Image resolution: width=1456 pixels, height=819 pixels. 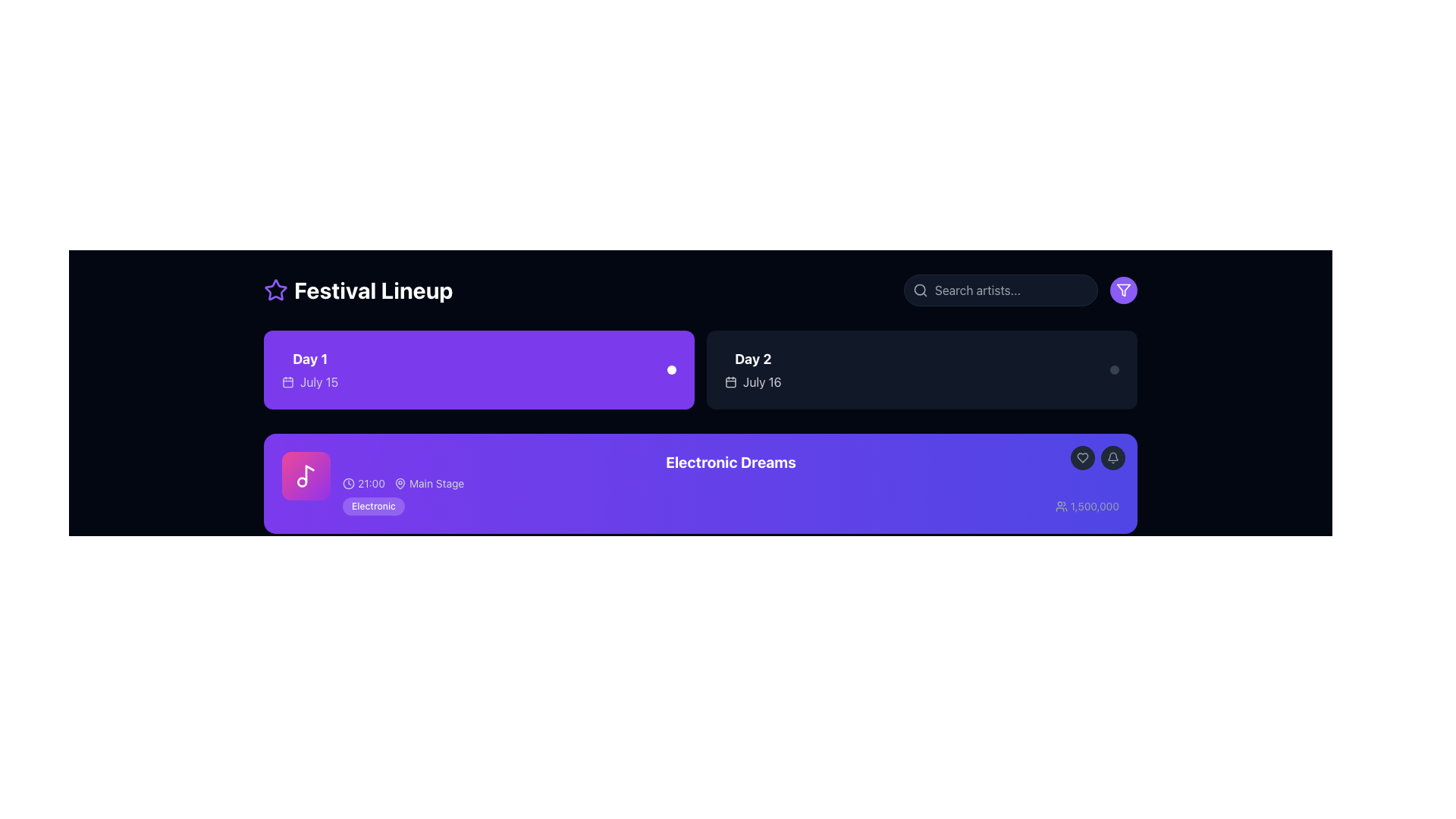 I want to click on the date label associated with the 'Day 2' entry, which is positioned below the primary title 'Day 2' and aligned with the calendar icon on its left, so click(x=753, y=381).